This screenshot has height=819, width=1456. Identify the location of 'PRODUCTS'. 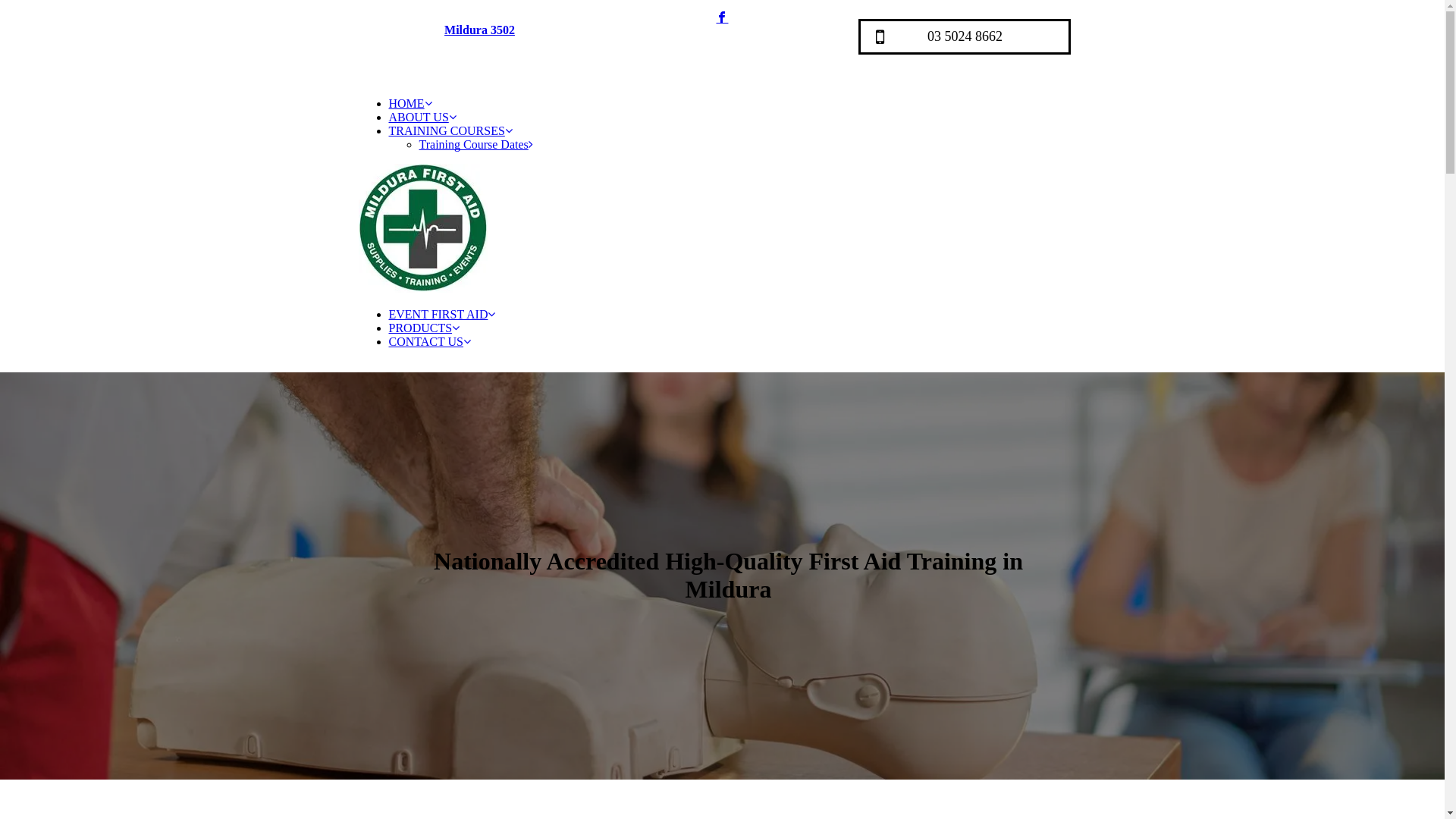
(423, 327).